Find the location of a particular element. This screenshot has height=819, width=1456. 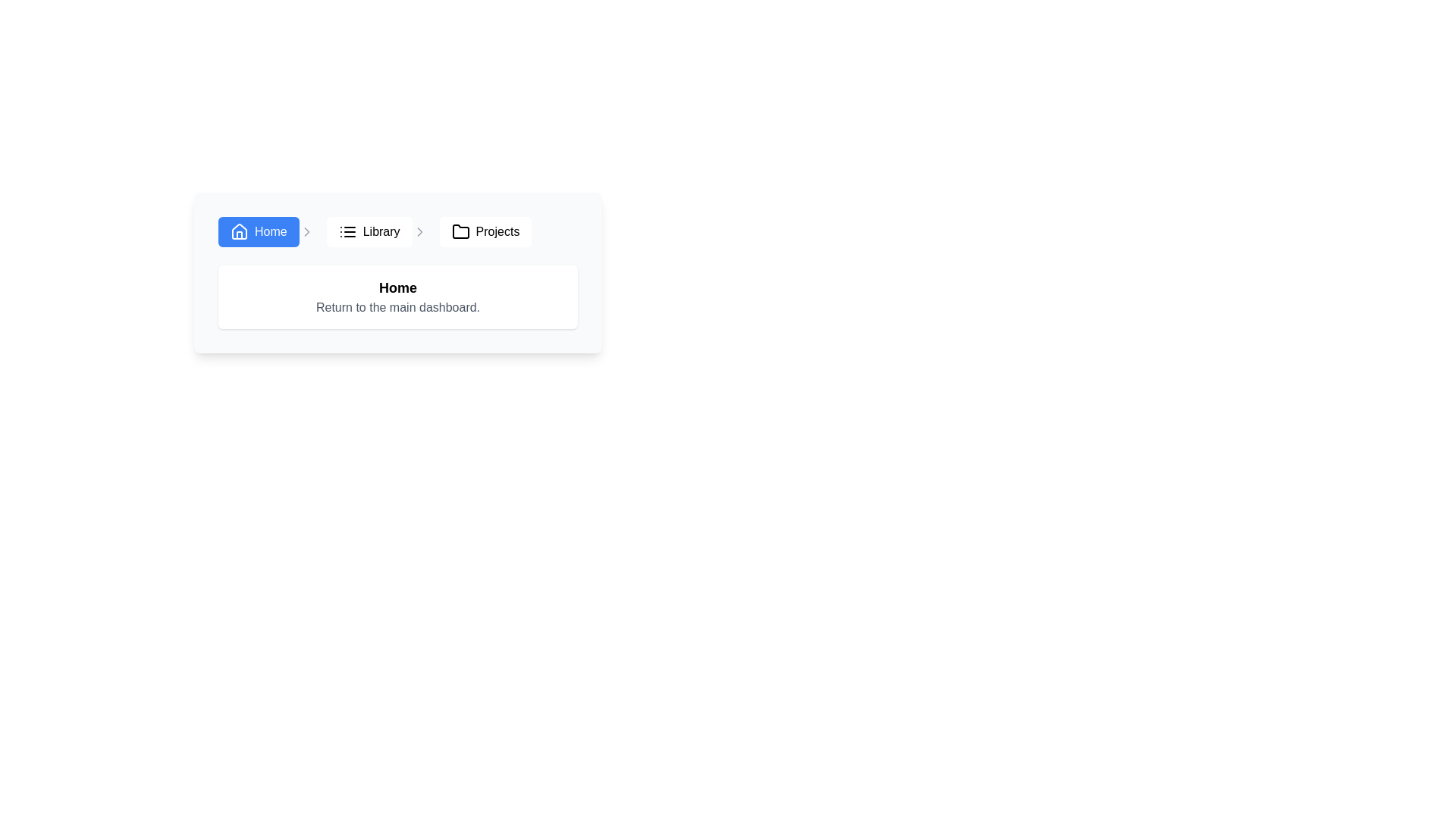

the compact rightward chevron icon in the breadcrumb navigation that is positioned between the Library tab and Projects tab is located at coordinates (419, 231).